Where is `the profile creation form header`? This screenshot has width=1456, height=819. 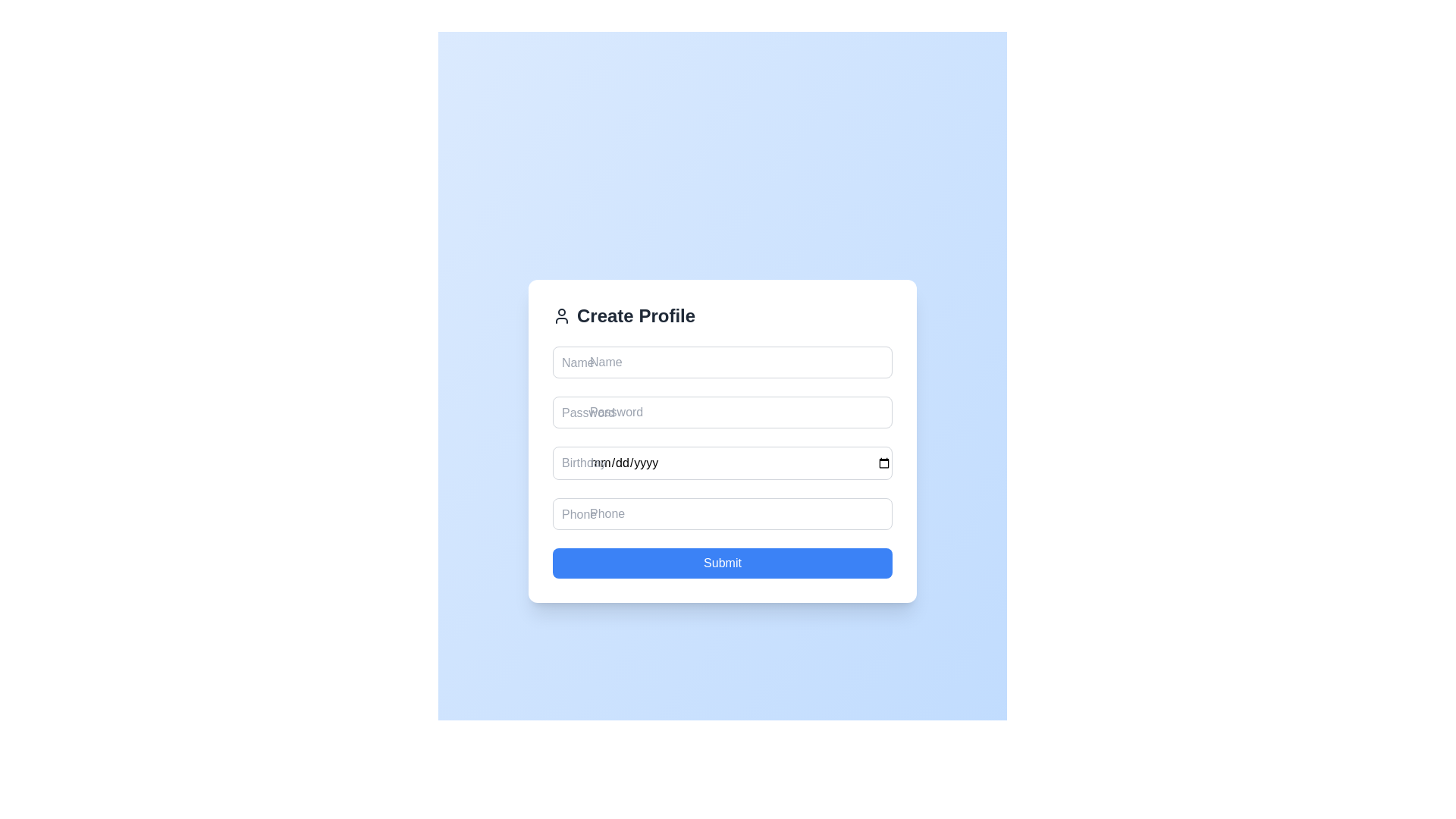 the profile creation form header is located at coordinates (722, 315).